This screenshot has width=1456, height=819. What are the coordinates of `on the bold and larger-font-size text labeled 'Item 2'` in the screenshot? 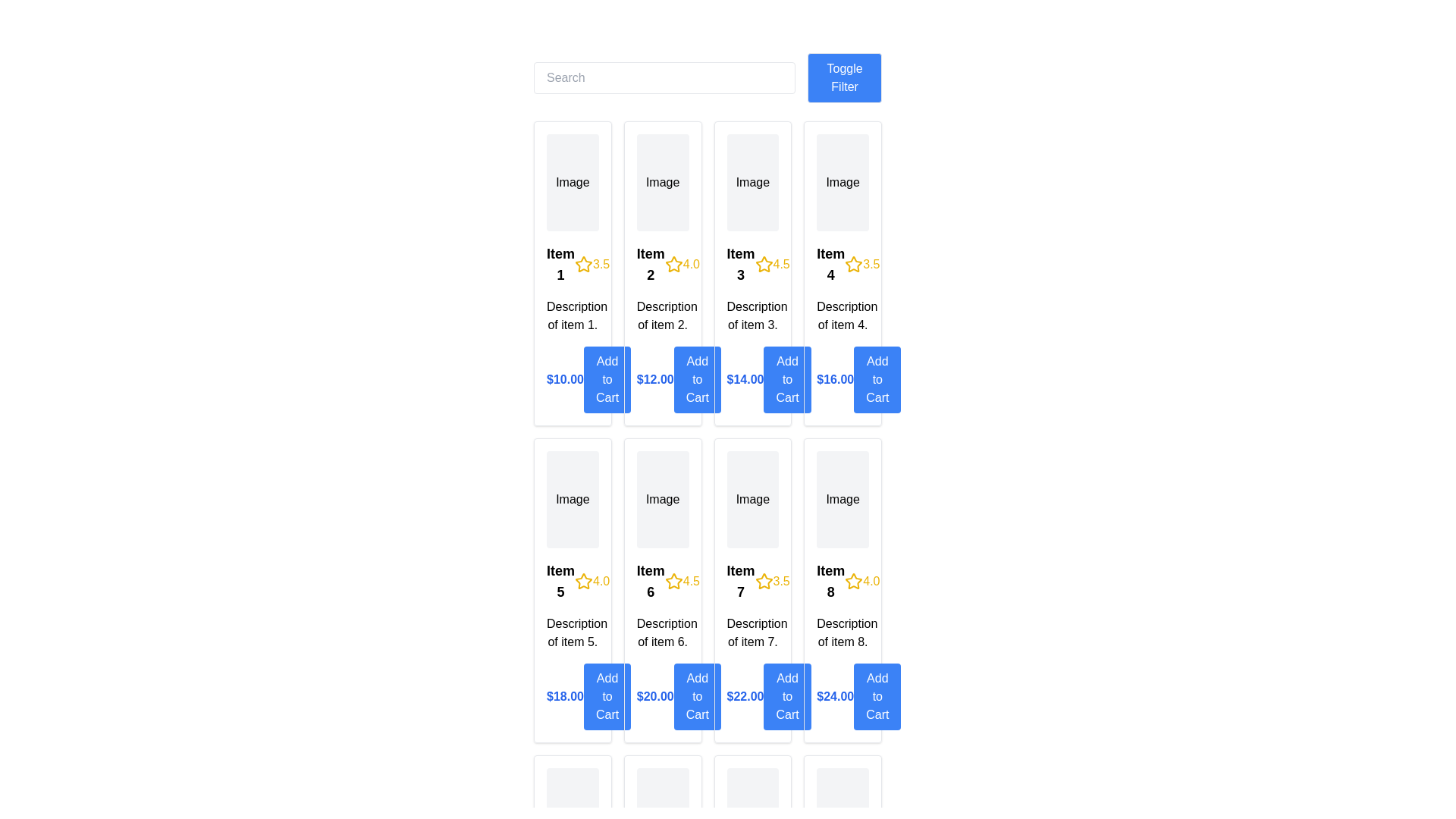 It's located at (651, 263).